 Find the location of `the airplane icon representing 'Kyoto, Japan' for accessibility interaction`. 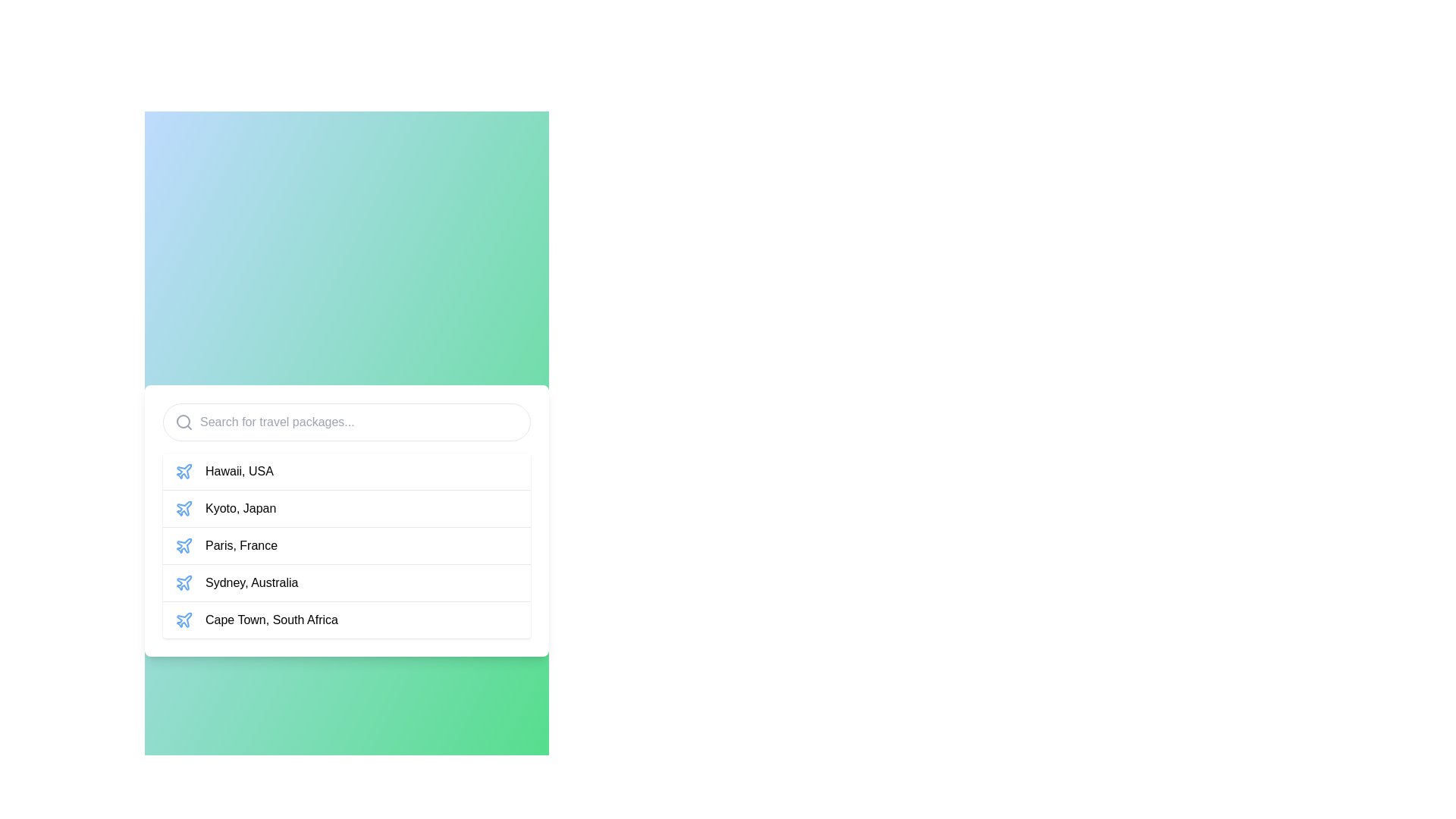

the airplane icon representing 'Kyoto, Japan' for accessibility interaction is located at coordinates (184, 508).